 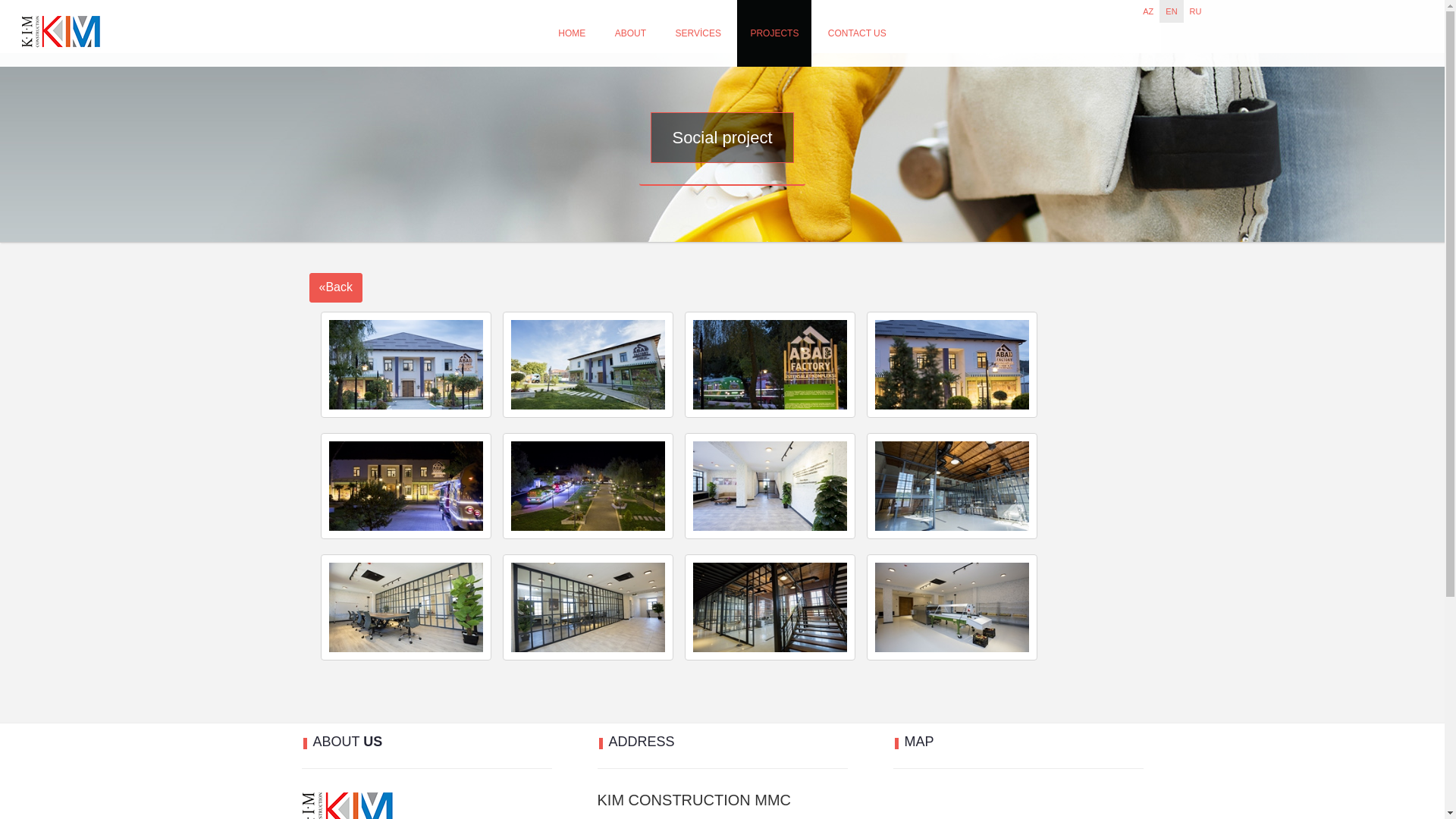 What do you see at coordinates (857, 33) in the screenshot?
I see `'CONTACT US'` at bounding box center [857, 33].